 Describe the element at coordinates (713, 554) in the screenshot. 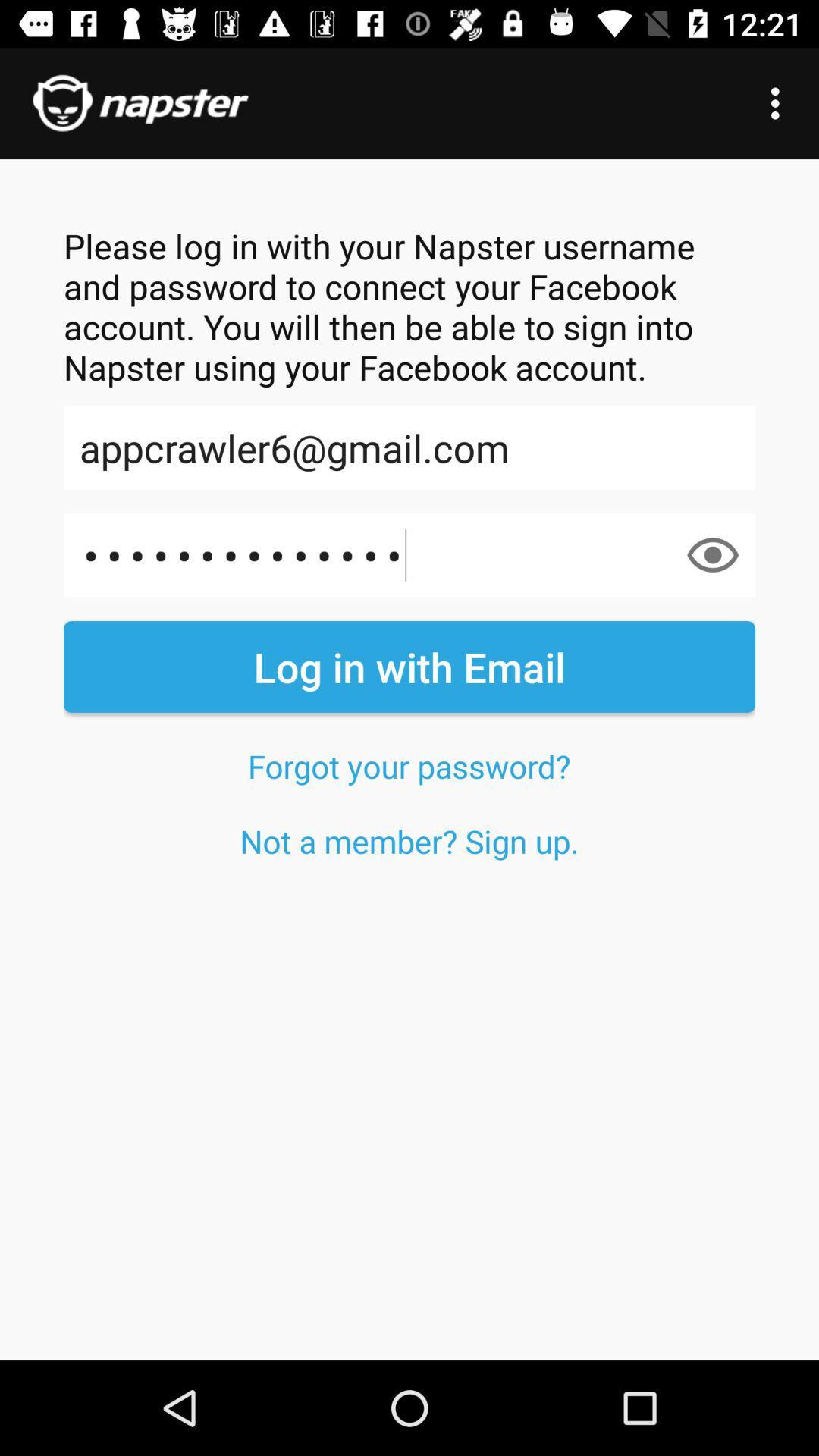

I see `icon on the right` at that location.